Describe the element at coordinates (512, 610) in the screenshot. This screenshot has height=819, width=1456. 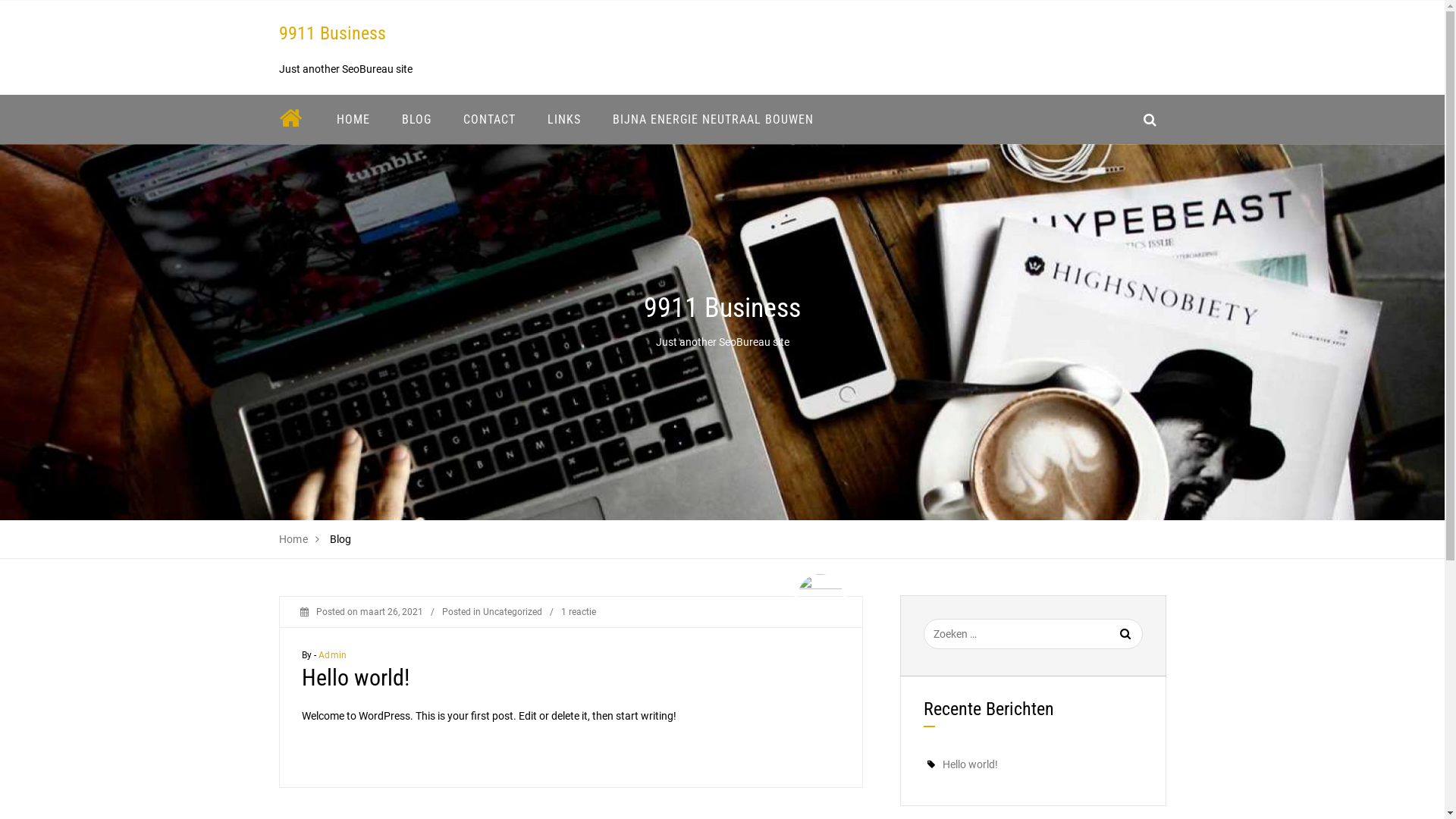
I see `'Uncategorized'` at that location.